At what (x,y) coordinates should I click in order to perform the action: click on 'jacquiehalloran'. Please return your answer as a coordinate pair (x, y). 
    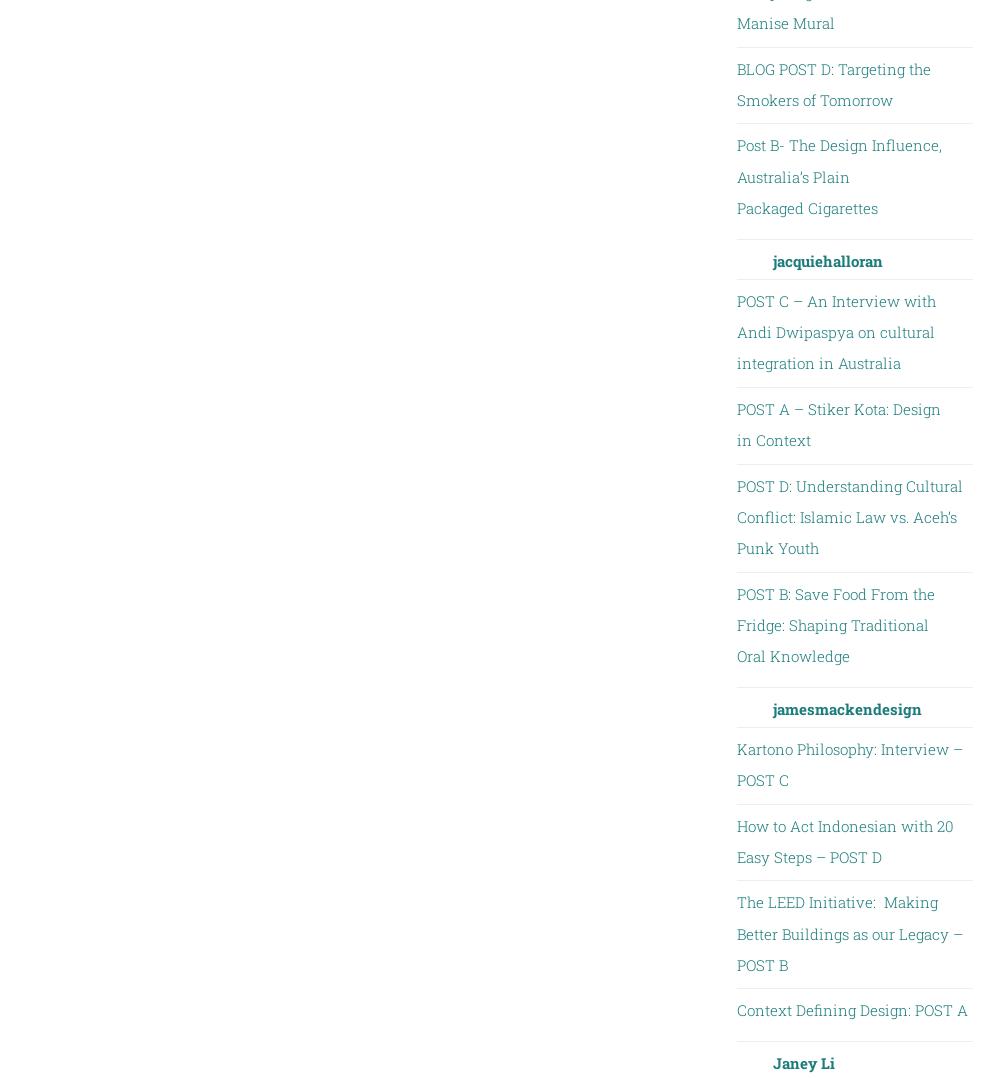
    Looking at the image, I should click on (826, 259).